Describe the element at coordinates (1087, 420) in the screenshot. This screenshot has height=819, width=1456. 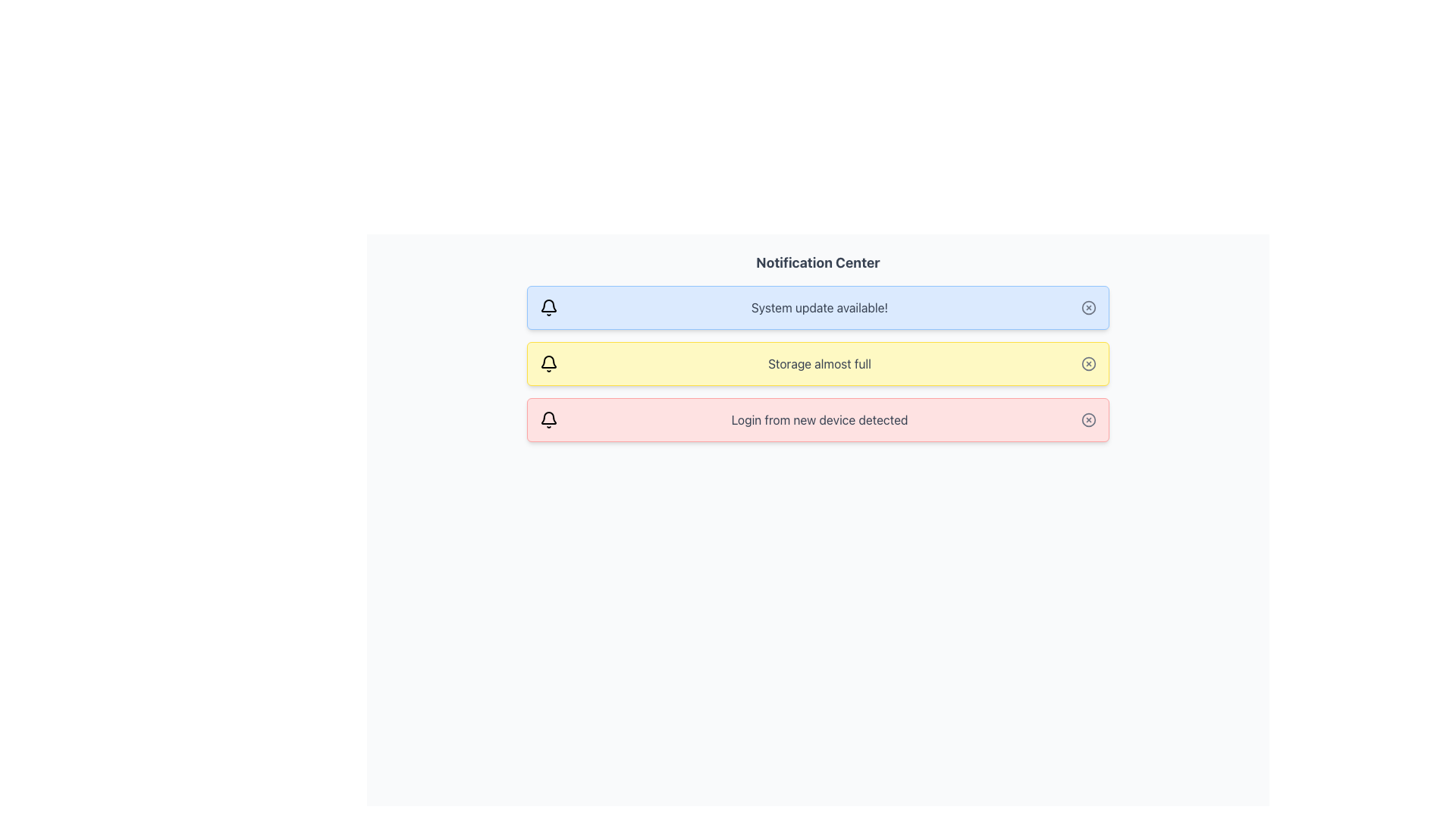
I see `the decorative circular element located at the right end of the red-colored notification bar labeled 'Login from new device detected', which is part of a clickable close button` at that location.